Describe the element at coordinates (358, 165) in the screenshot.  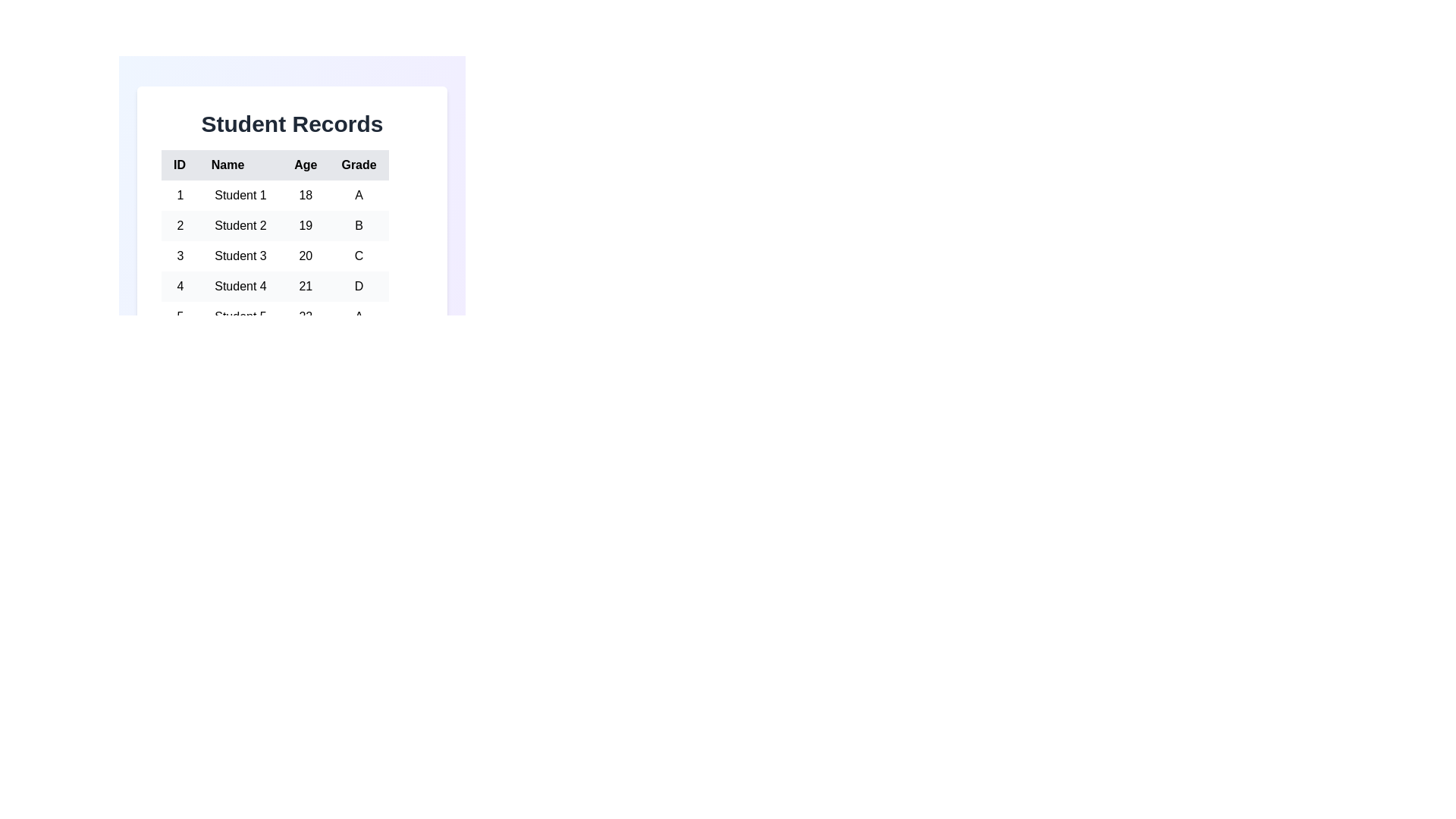
I see `the column header Grade to sort the table by that column` at that location.